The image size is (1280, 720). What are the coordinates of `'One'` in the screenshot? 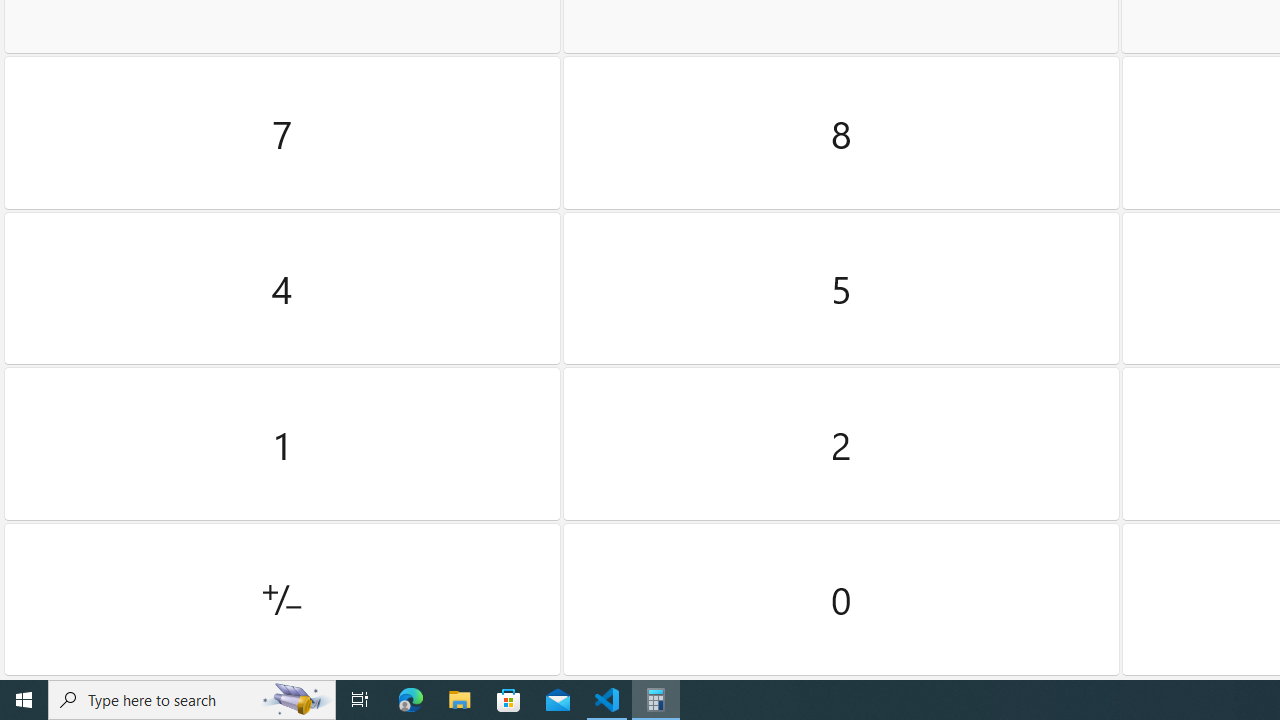 It's located at (281, 443).